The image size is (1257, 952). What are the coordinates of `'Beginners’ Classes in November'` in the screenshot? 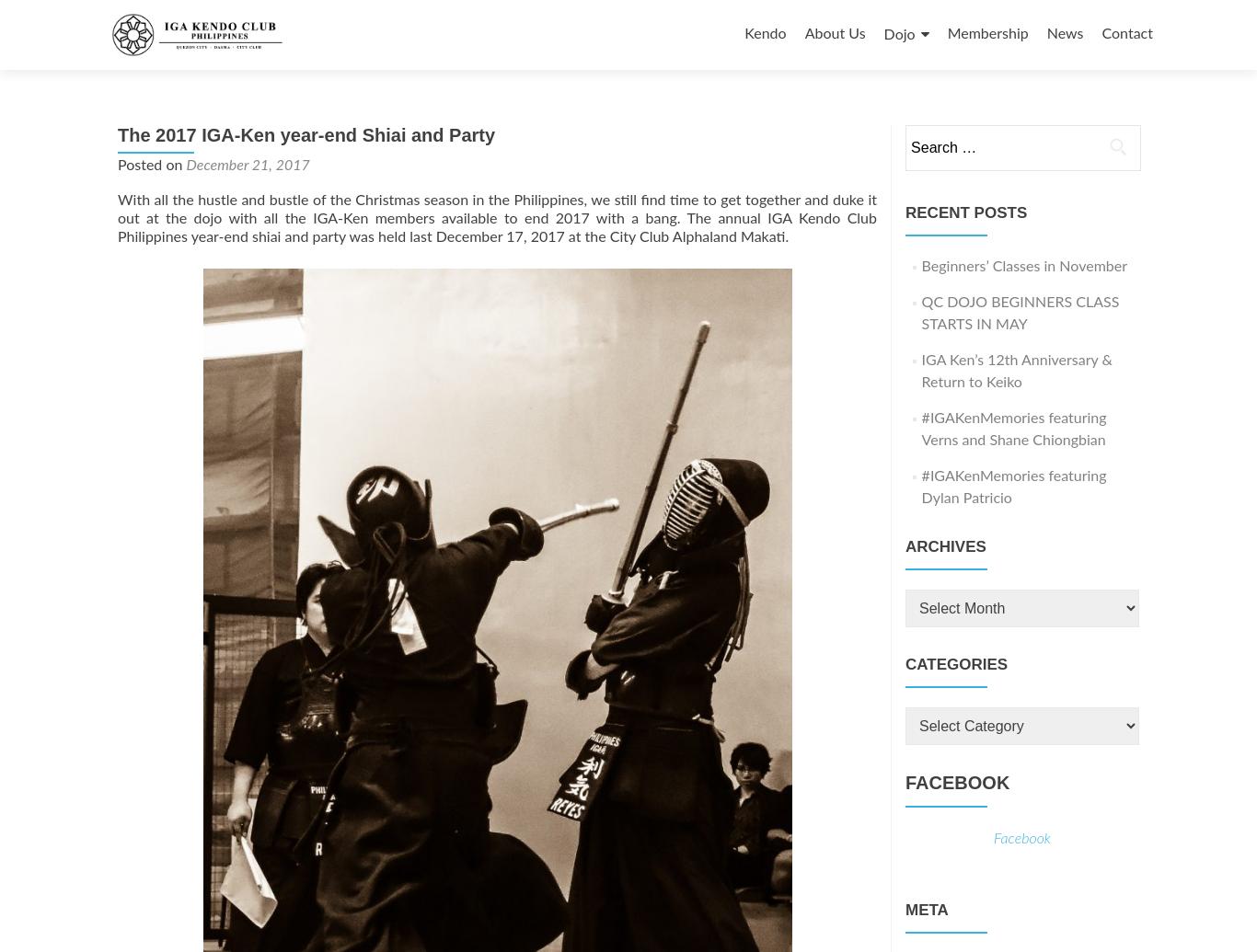 It's located at (1023, 267).